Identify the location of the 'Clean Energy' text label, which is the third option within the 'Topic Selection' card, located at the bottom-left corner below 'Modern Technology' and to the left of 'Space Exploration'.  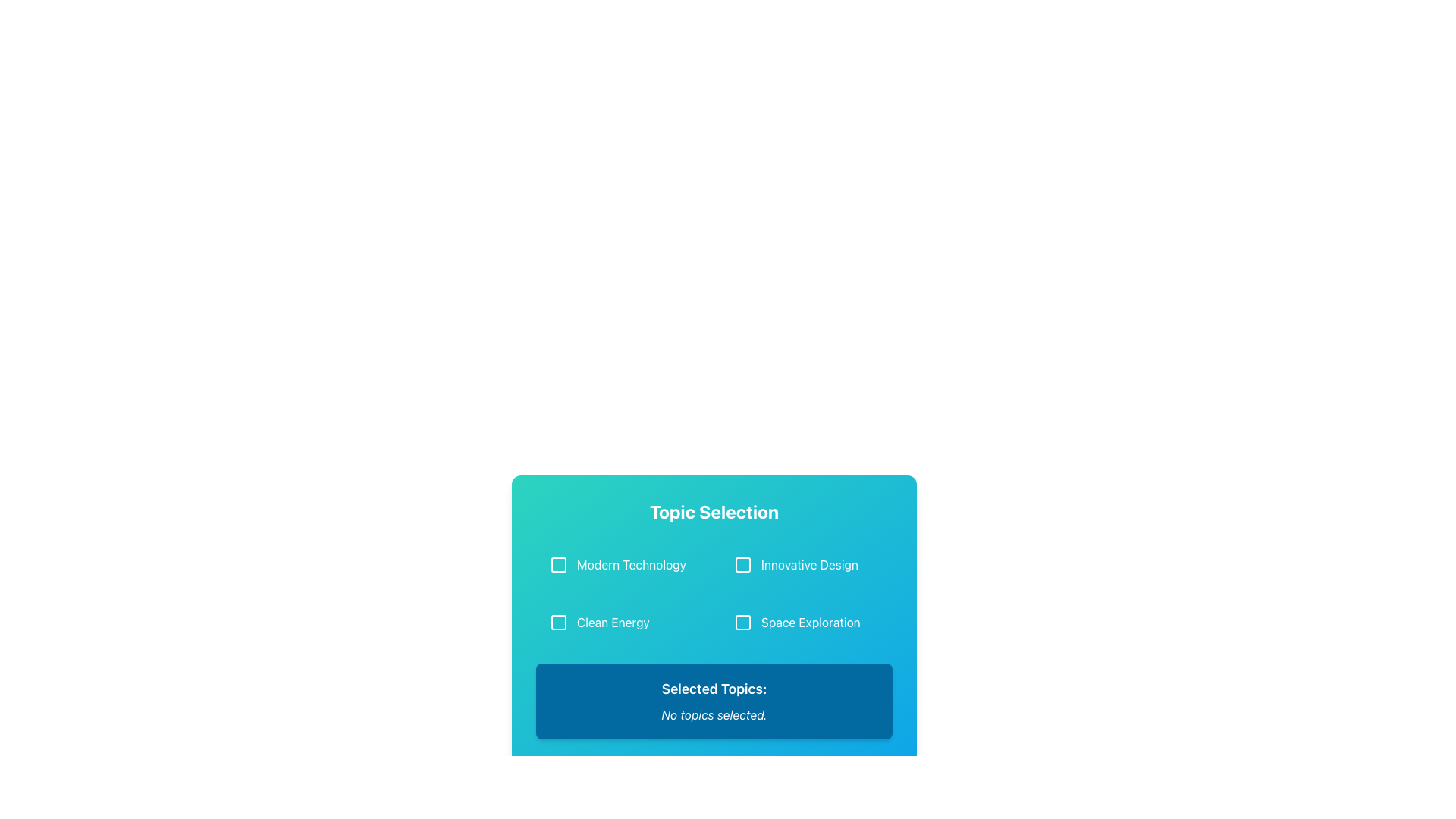
(613, 623).